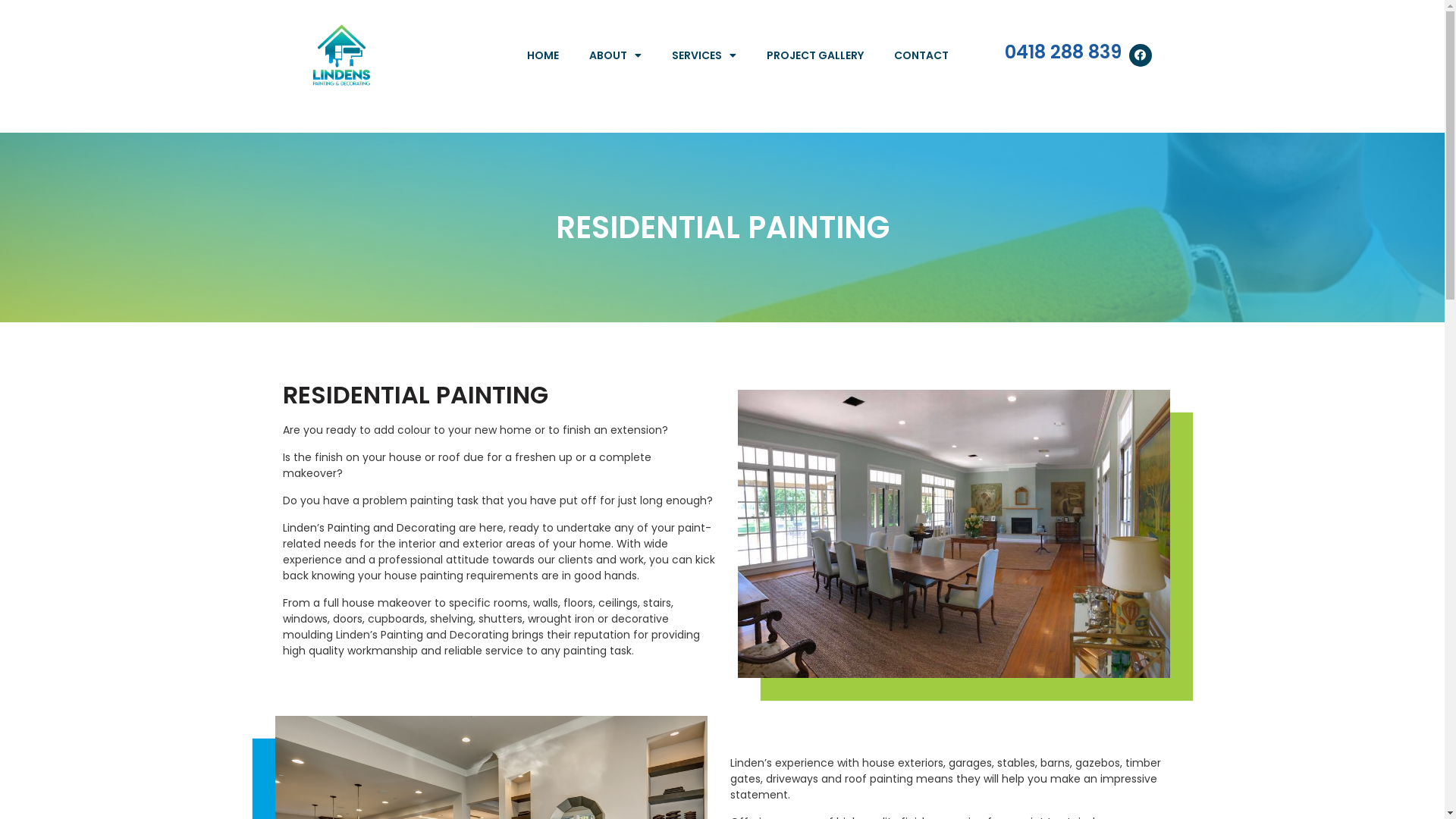  What do you see at coordinates (1004, 51) in the screenshot?
I see `'0418 288 839'` at bounding box center [1004, 51].